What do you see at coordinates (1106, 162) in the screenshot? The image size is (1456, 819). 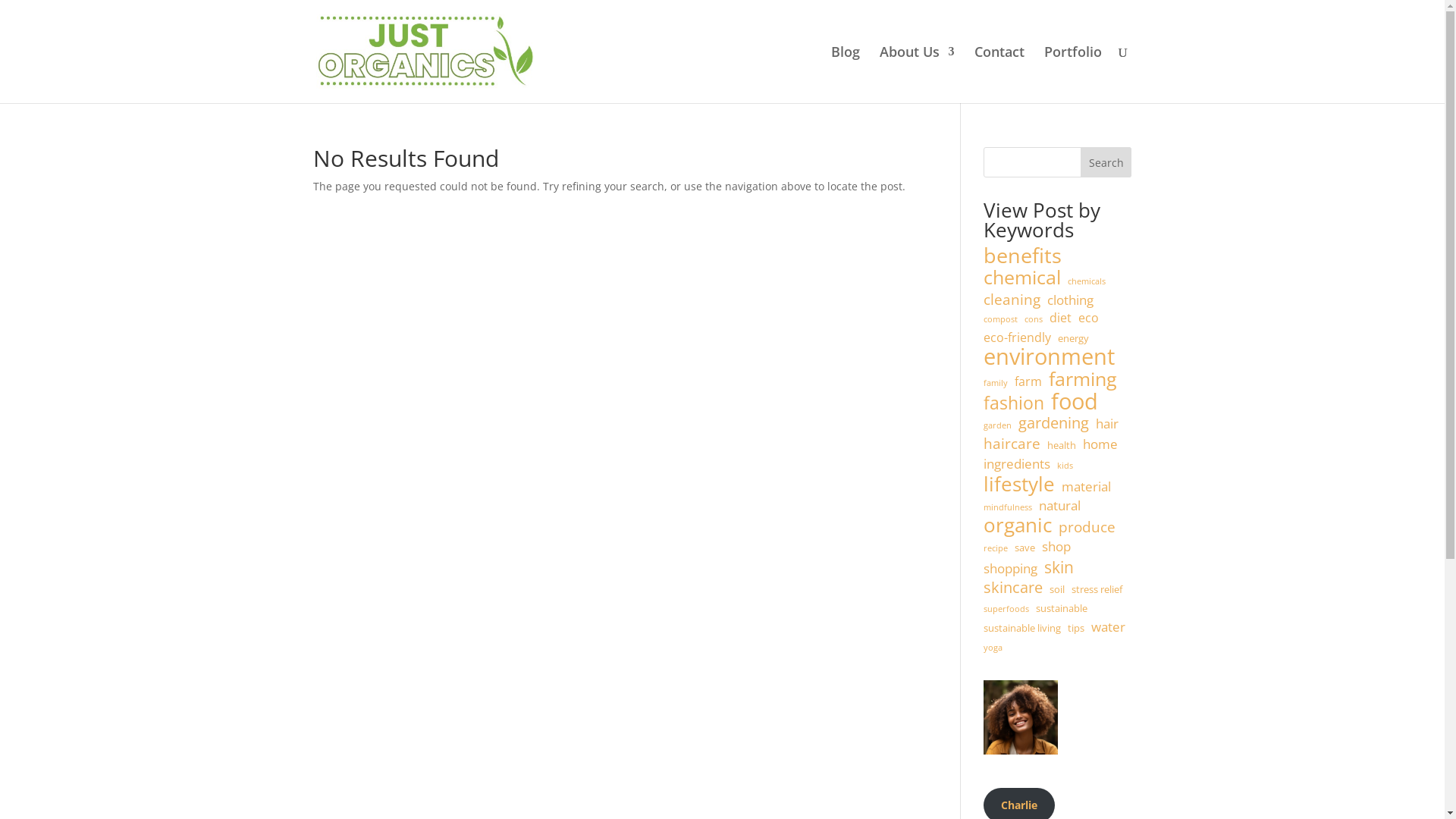 I see `'Search'` at bounding box center [1106, 162].